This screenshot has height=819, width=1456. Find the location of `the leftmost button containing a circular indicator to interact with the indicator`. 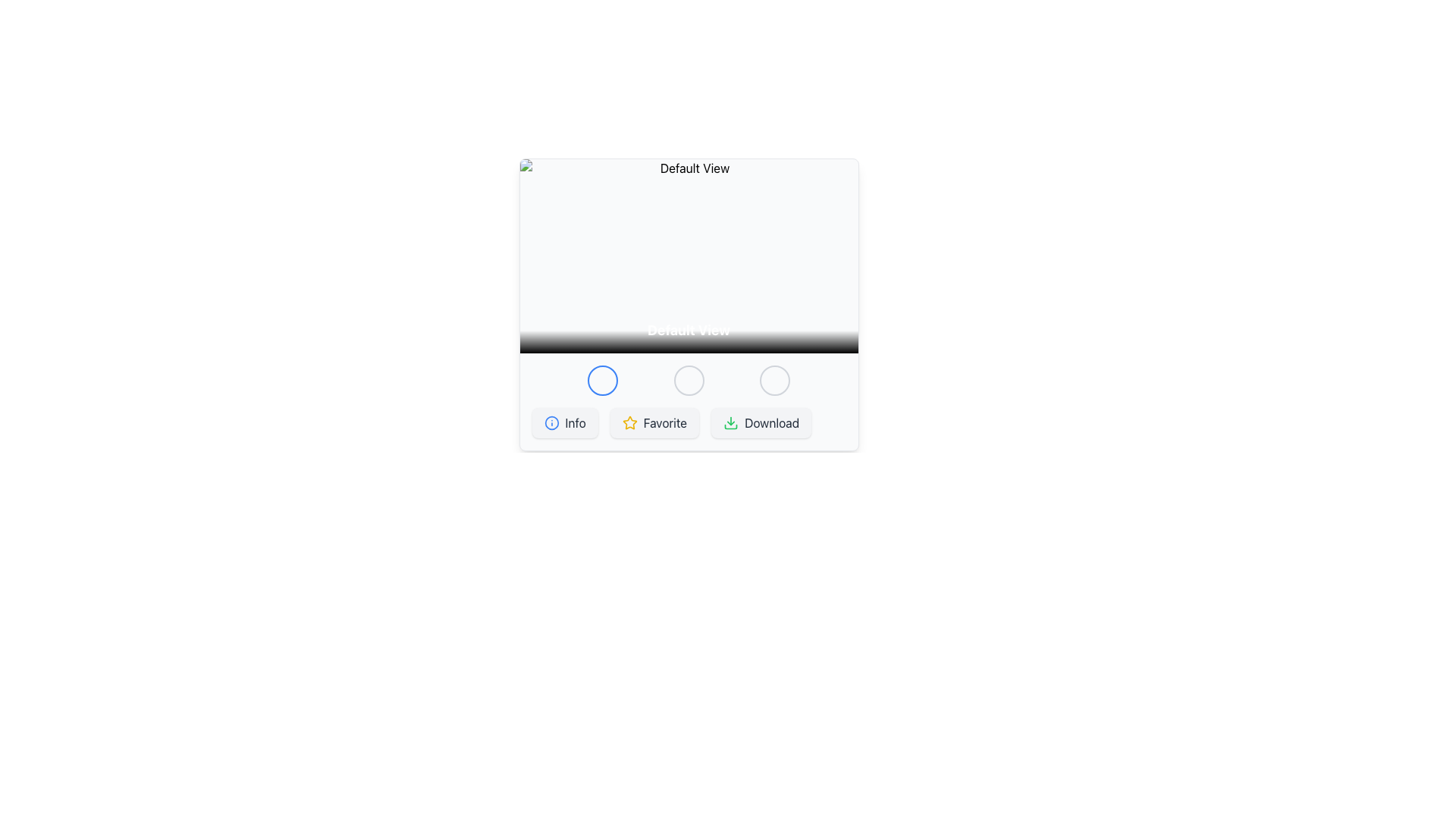

the leftmost button containing a circular indicator to interact with the indicator is located at coordinates (551, 423).